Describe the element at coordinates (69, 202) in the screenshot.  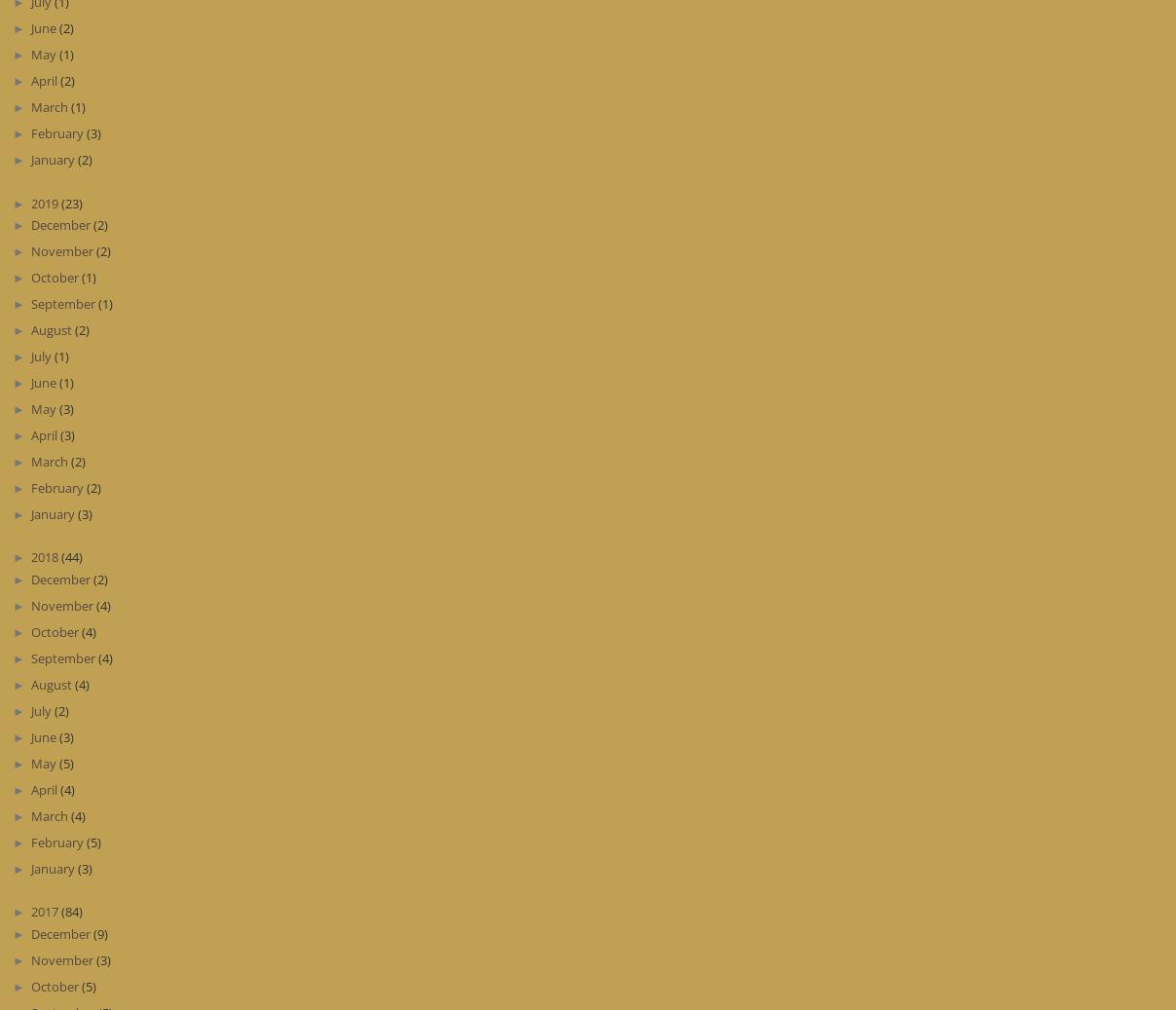
I see `'(23)'` at that location.